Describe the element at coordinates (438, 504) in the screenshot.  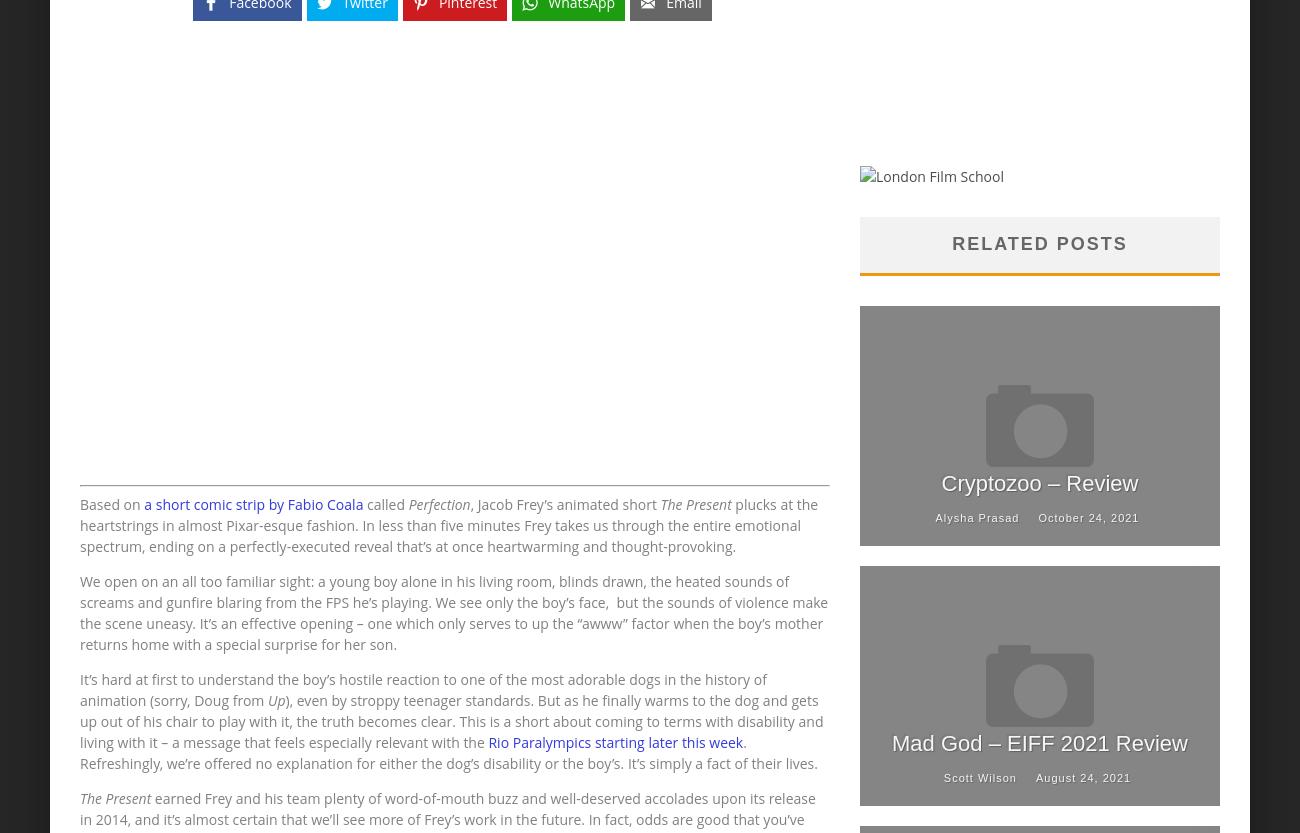
I see `'Perfection'` at that location.